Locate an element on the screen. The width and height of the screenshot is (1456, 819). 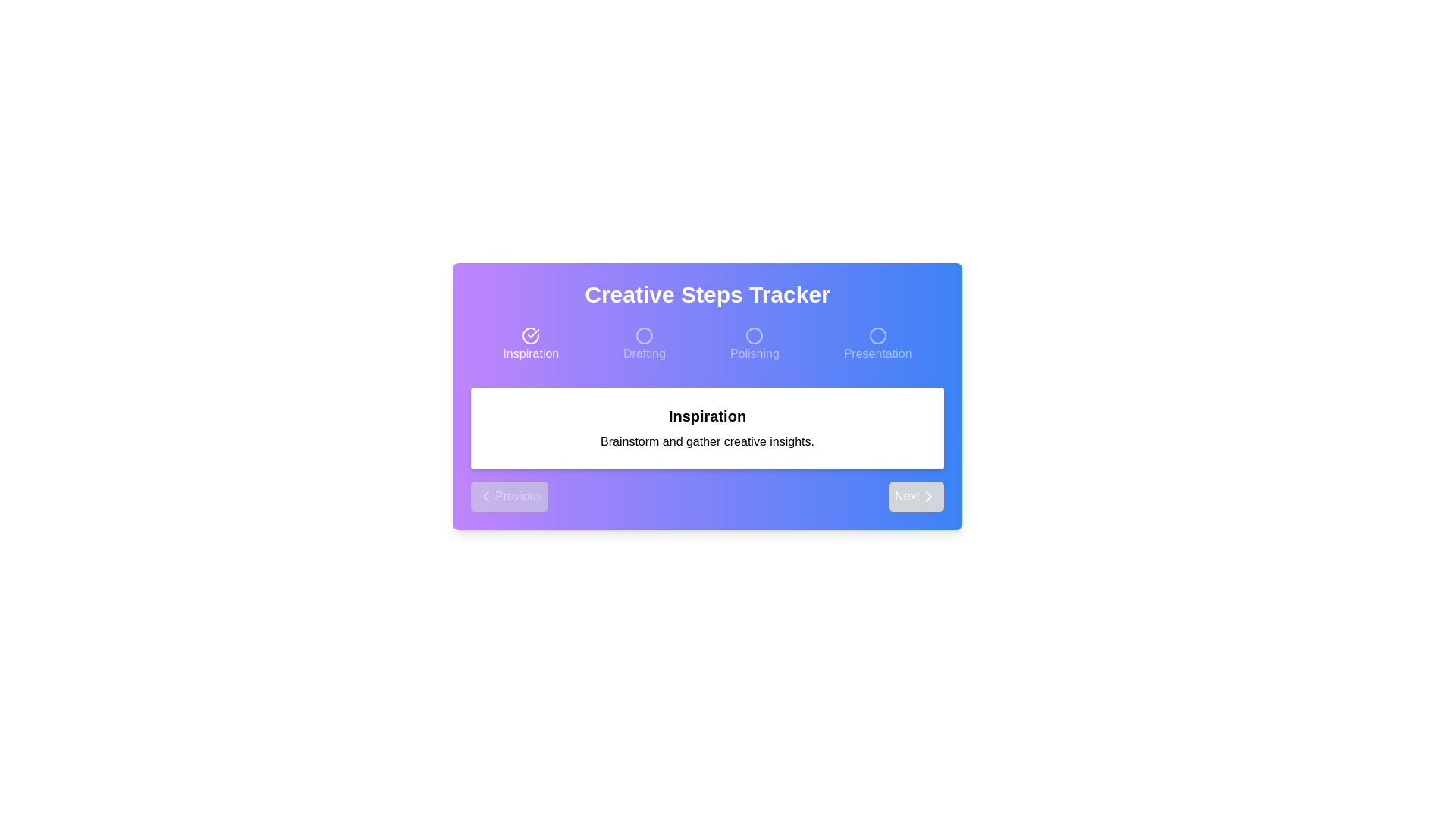
the step circle corresponding to Polishing to view its details is located at coordinates (755, 345).